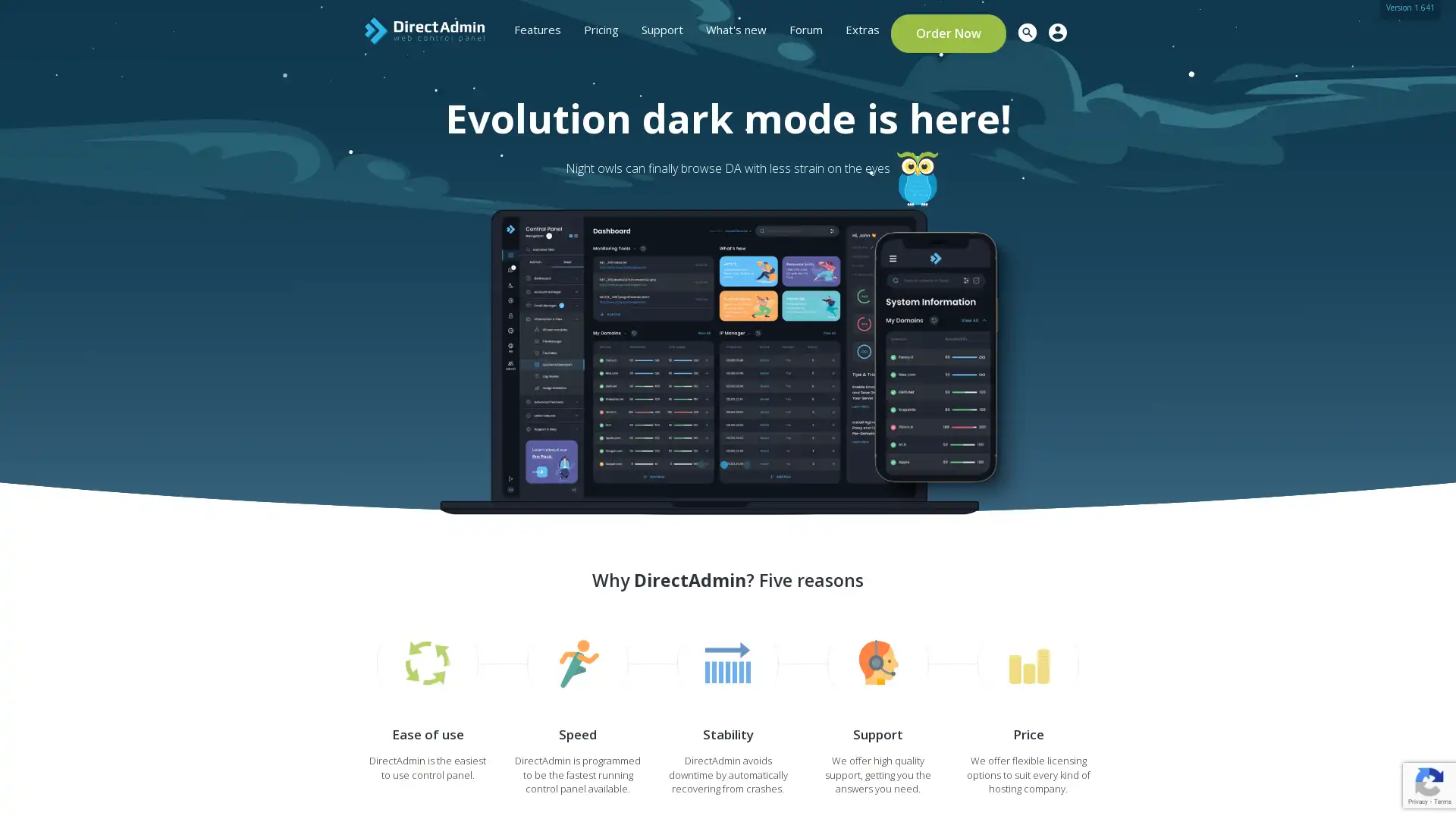  I want to click on See more, so click(342, 350).